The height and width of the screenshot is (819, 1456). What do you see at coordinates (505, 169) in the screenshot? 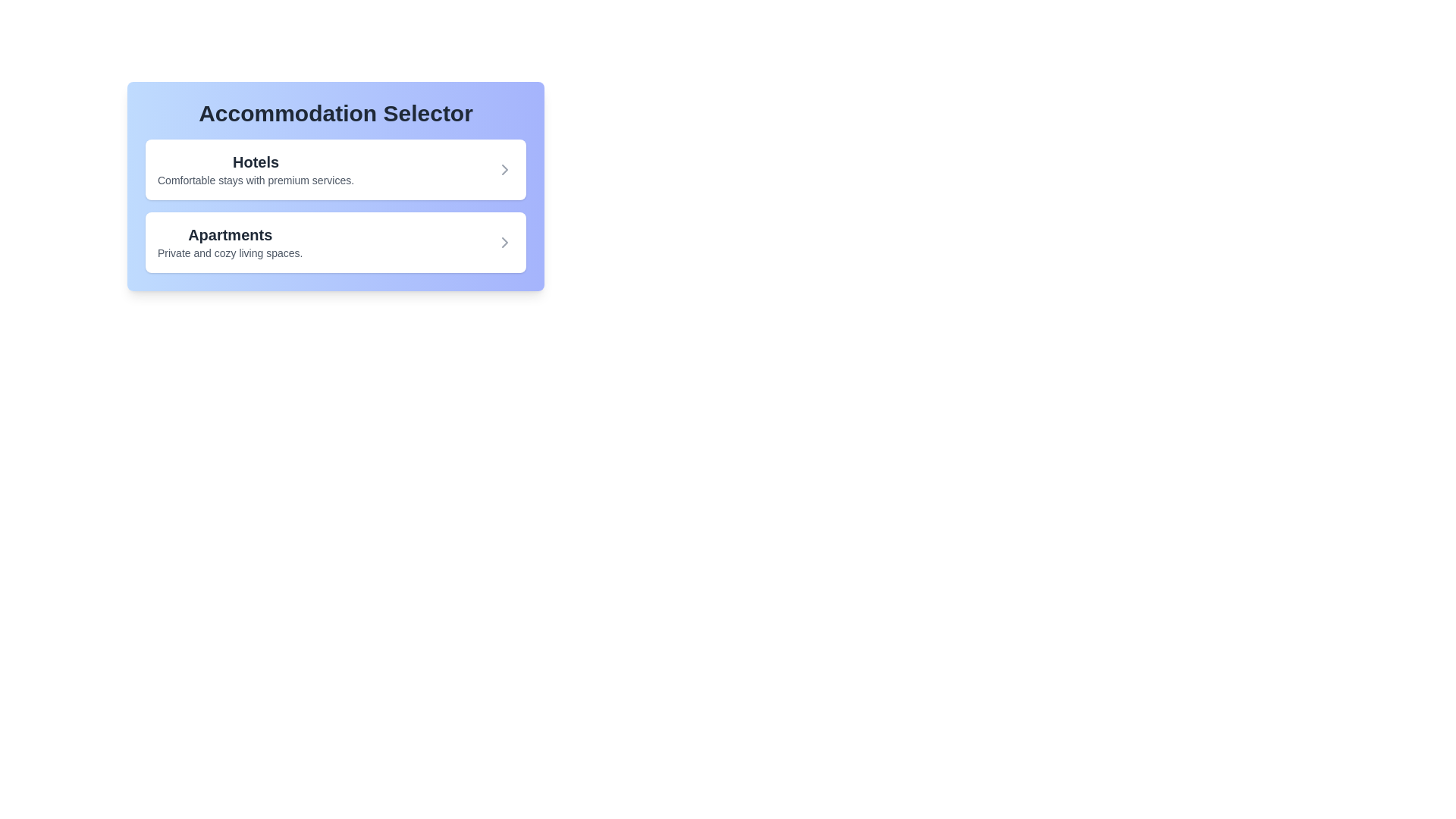
I see `the rightward-pointing chevron icon located at the far right of the 'Hotels' section` at bounding box center [505, 169].